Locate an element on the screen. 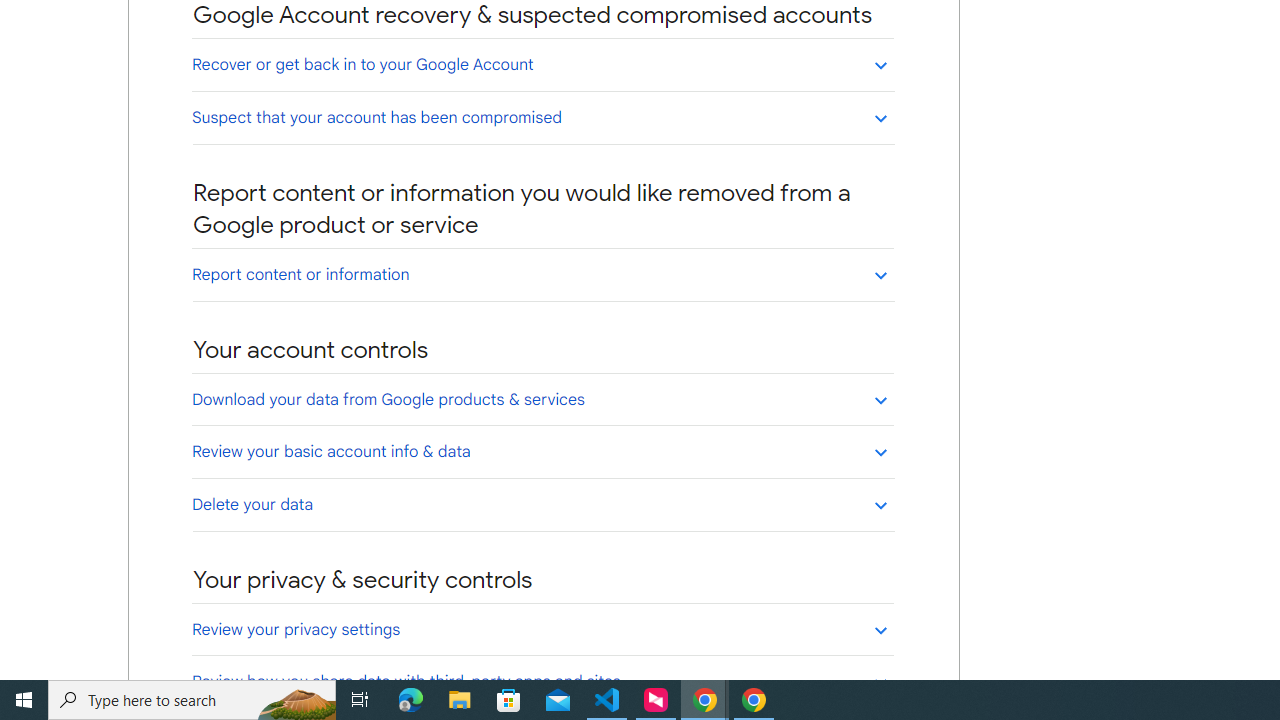  'Review your basic account info & data' is located at coordinates (542, 451).